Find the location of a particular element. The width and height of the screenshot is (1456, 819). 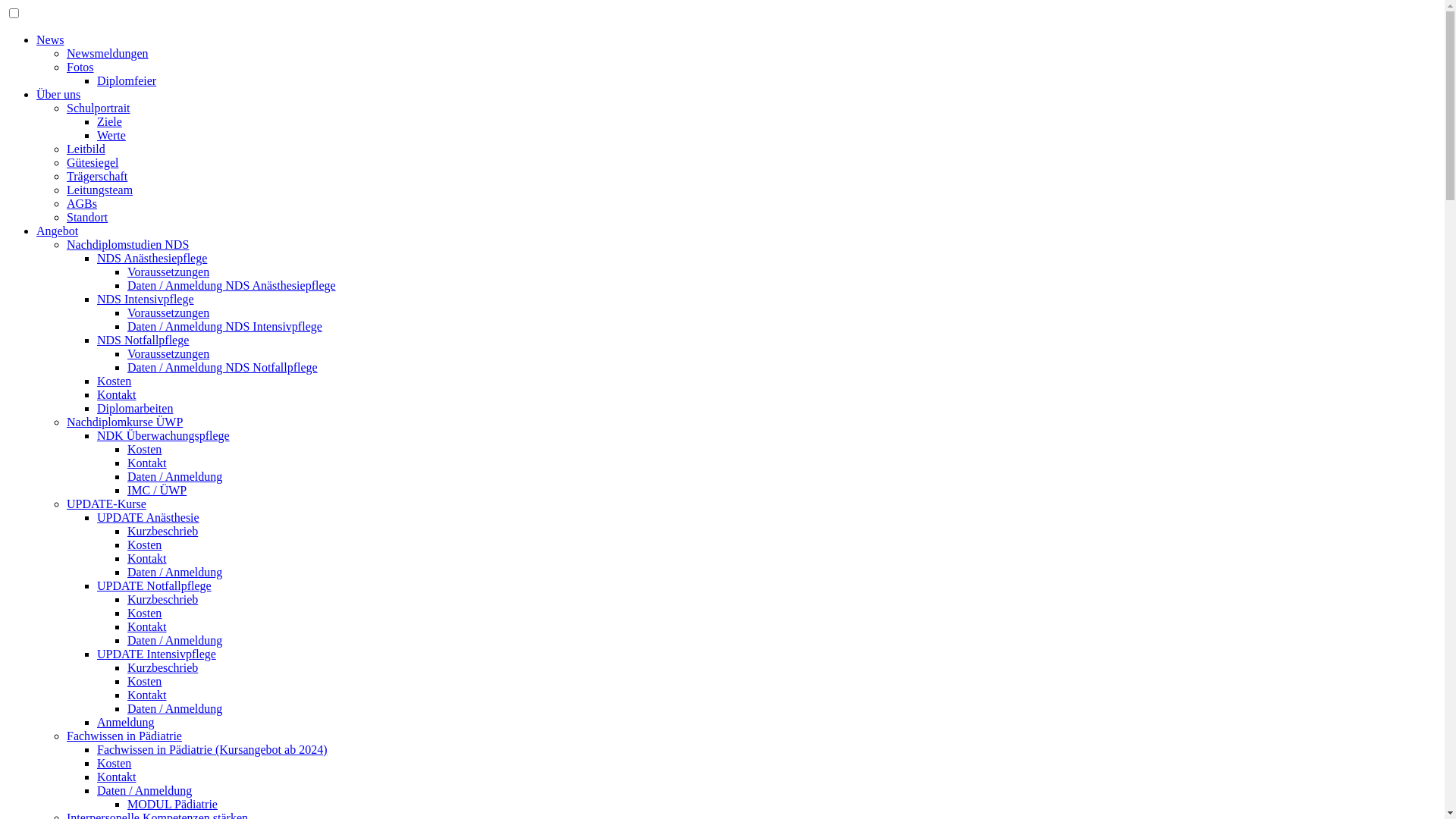

'Angebot' is located at coordinates (57, 231).